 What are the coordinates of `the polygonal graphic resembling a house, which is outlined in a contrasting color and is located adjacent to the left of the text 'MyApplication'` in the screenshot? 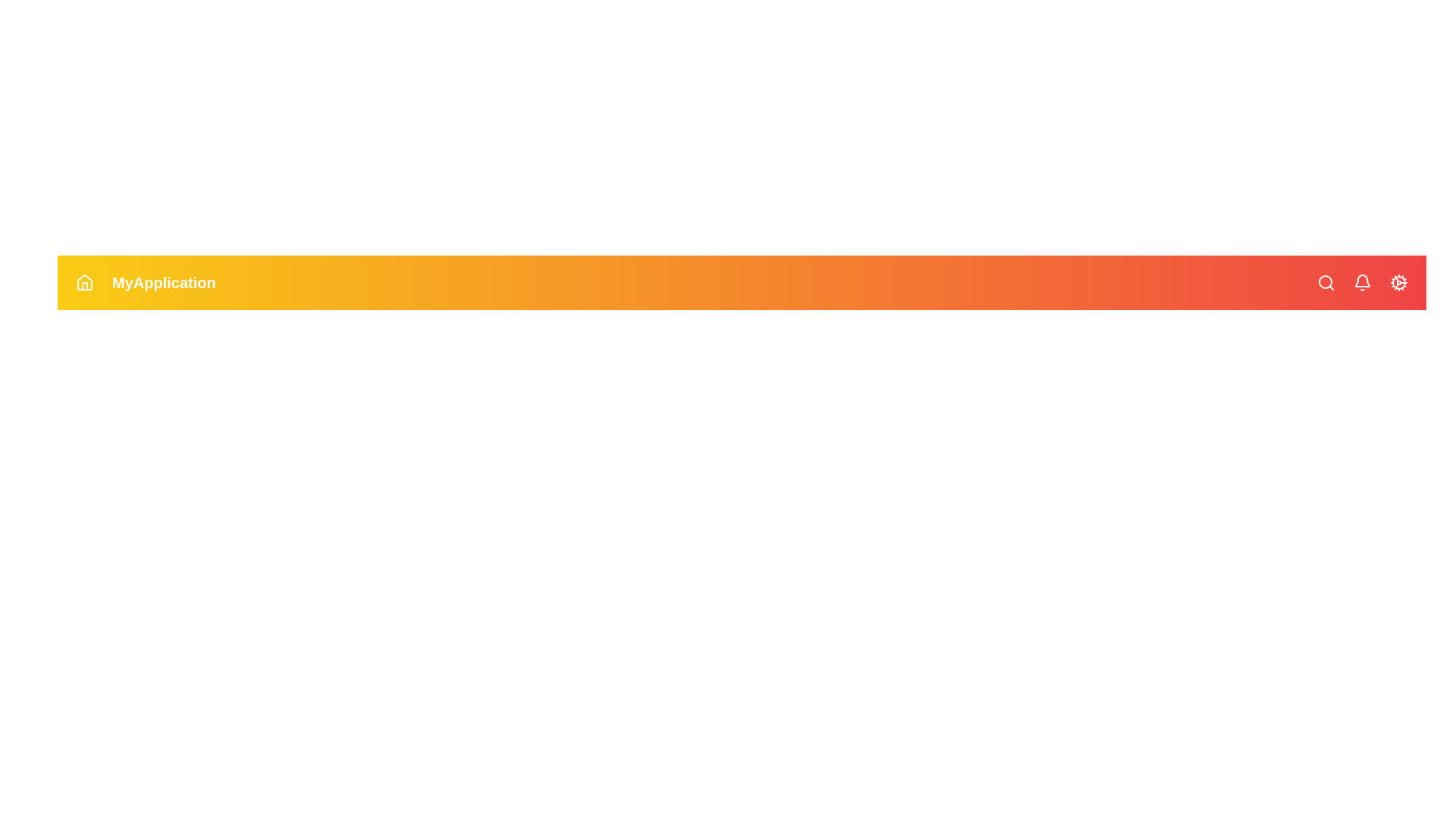 It's located at (83, 281).